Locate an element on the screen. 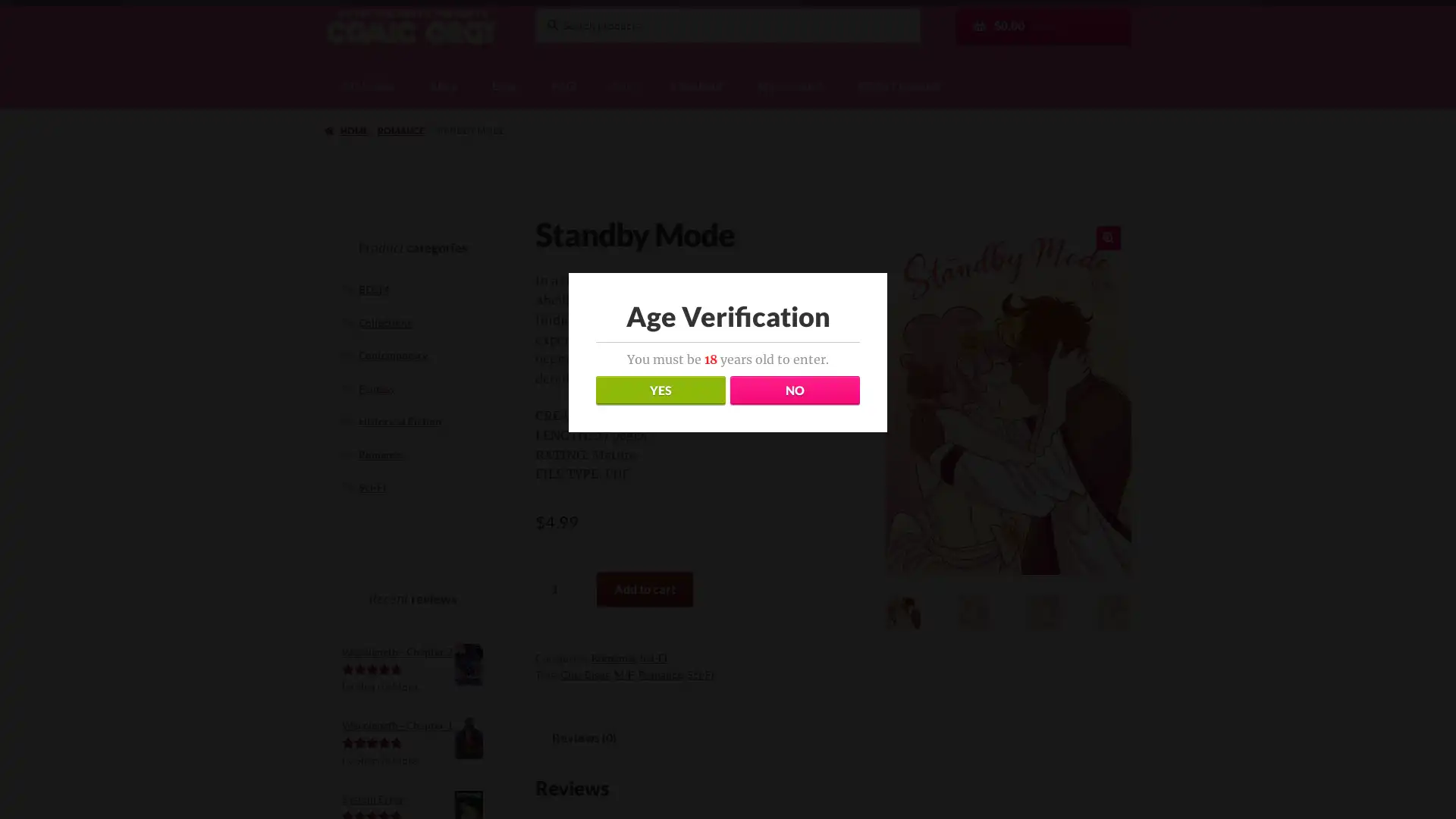  NO is located at coordinates (793, 390).